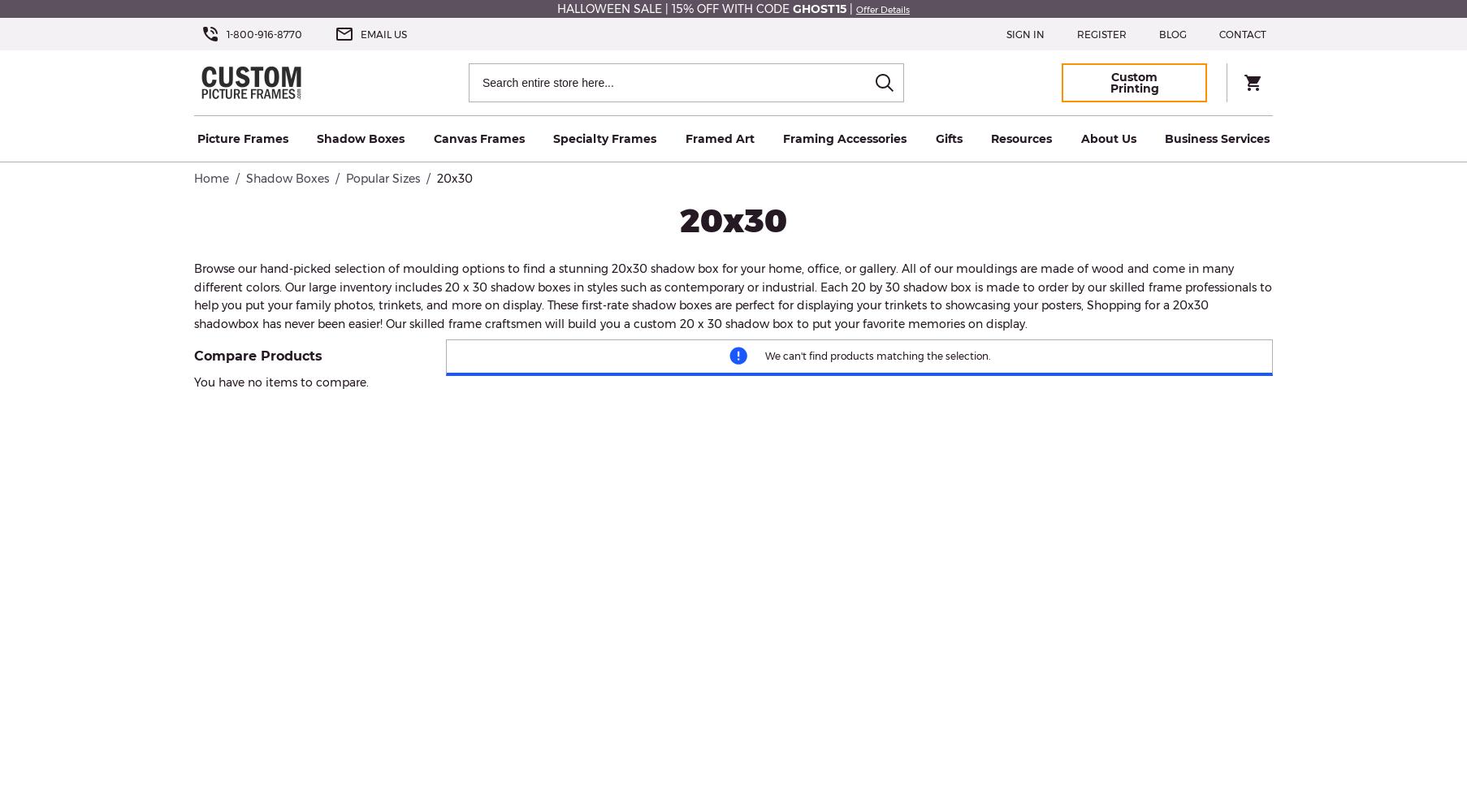 This screenshot has height=812, width=1467. Describe the element at coordinates (1108, 139) in the screenshot. I see `'About Us'` at that location.